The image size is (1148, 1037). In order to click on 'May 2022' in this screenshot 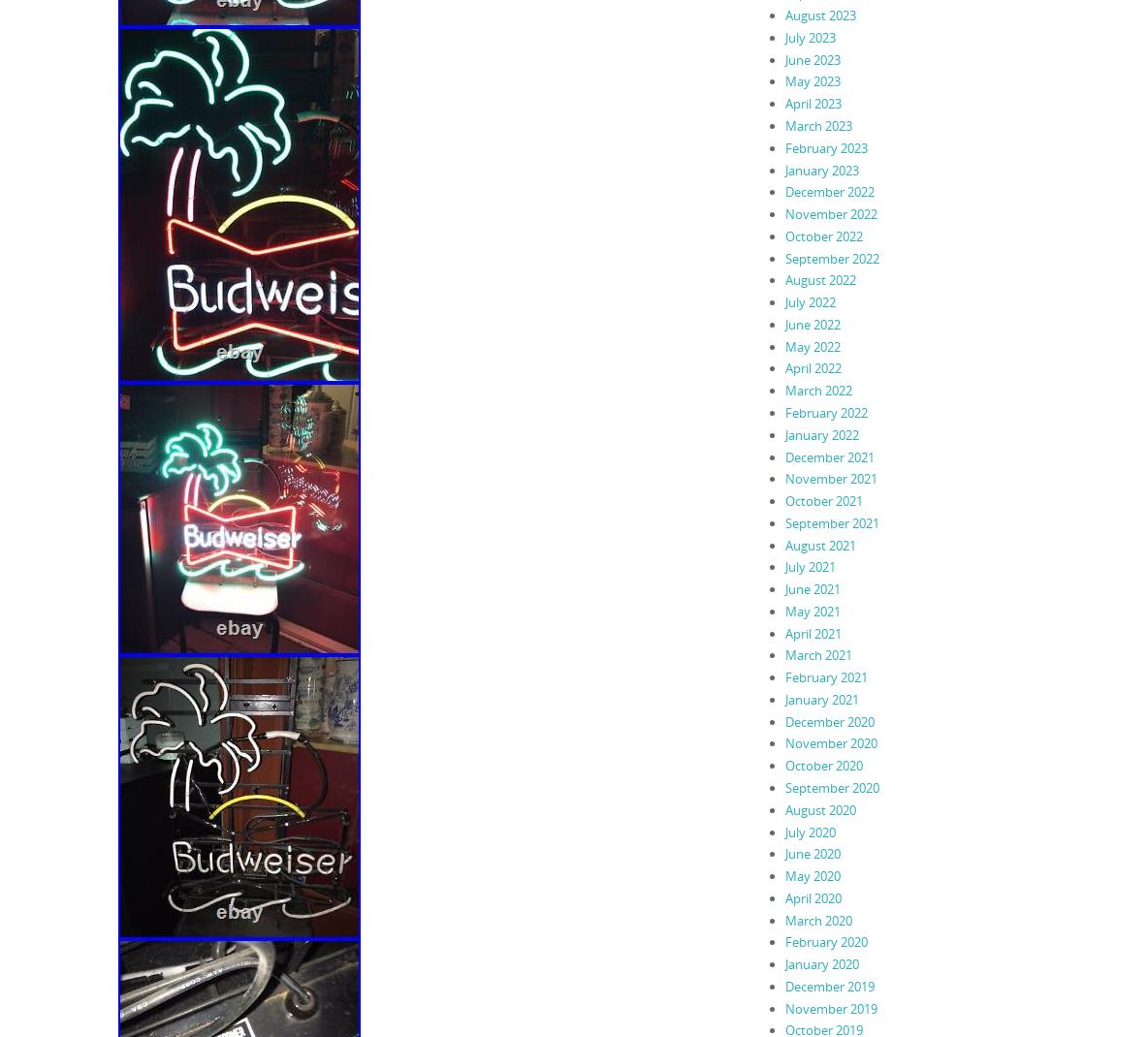, I will do `click(812, 345)`.